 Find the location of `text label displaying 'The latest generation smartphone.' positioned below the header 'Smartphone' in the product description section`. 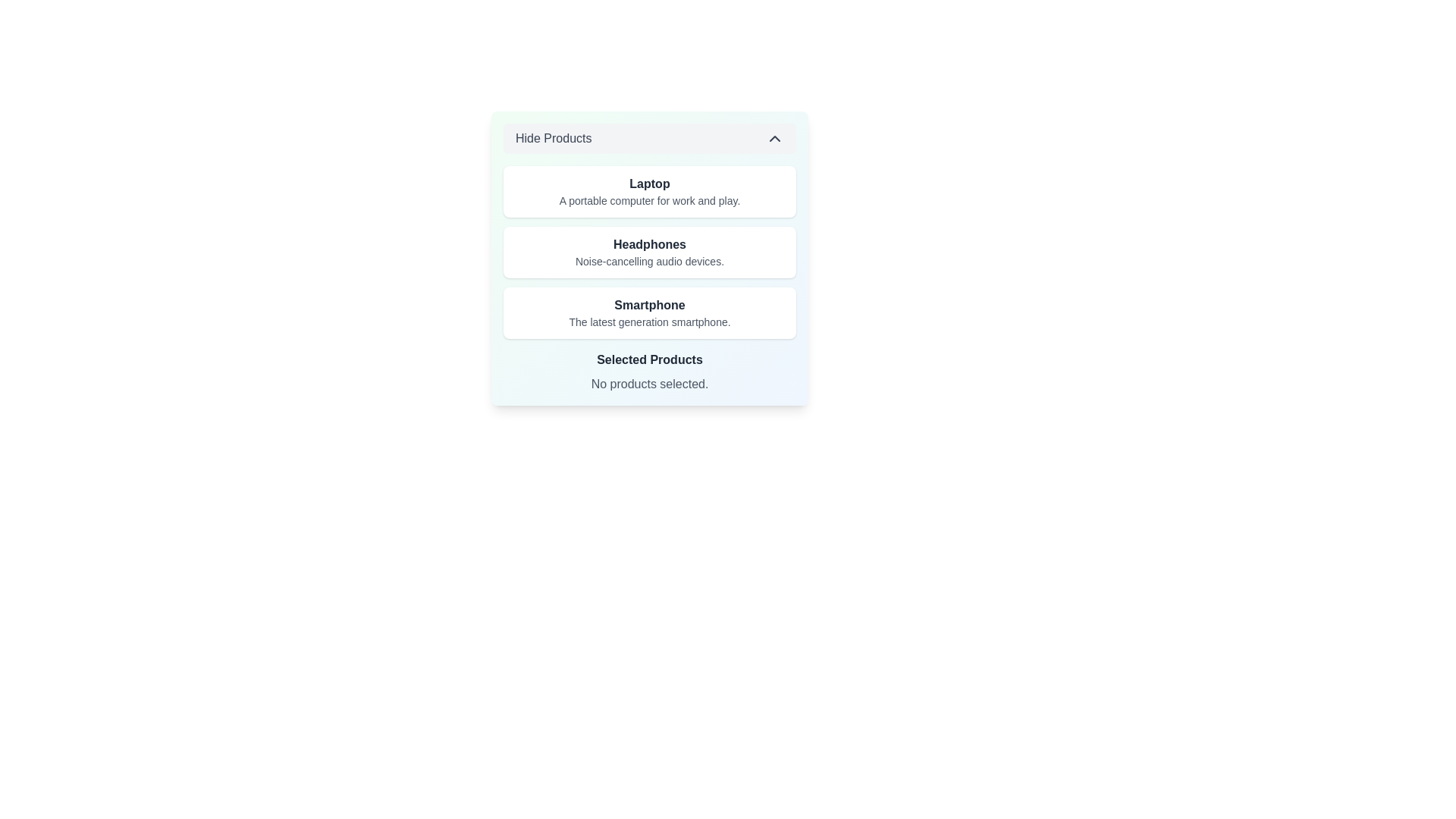

text label displaying 'The latest generation smartphone.' positioned below the header 'Smartphone' in the product description section is located at coordinates (650, 321).